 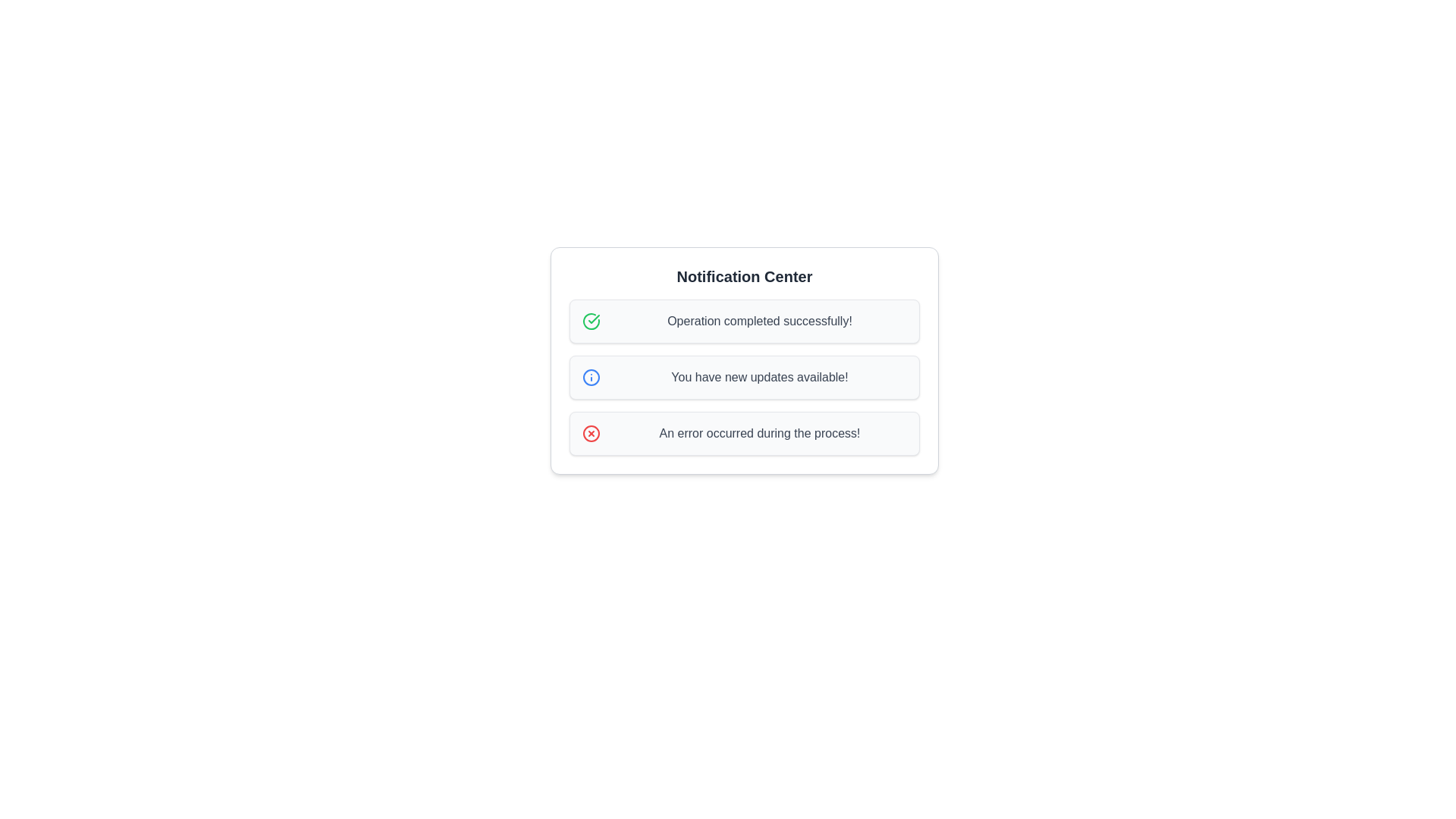 What do you see at coordinates (760, 321) in the screenshot?
I see `text label displaying 'Operation completed successfully!' which is centrally positioned within a notification card with a white background and rounded corners` at bounding box center [760, 321].